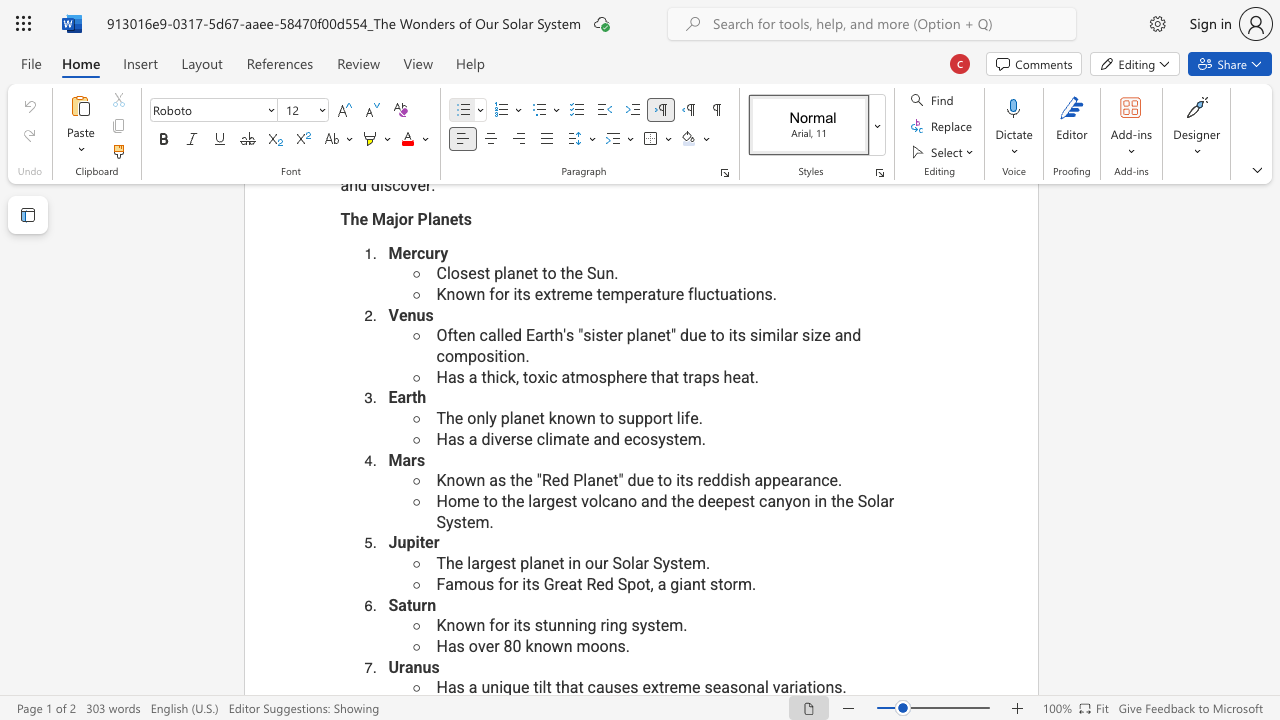 The width and height of the screenshot is (1280, 720). I want to click on the space between the continuous character "o" and "n" in the text, so click(801, 500).